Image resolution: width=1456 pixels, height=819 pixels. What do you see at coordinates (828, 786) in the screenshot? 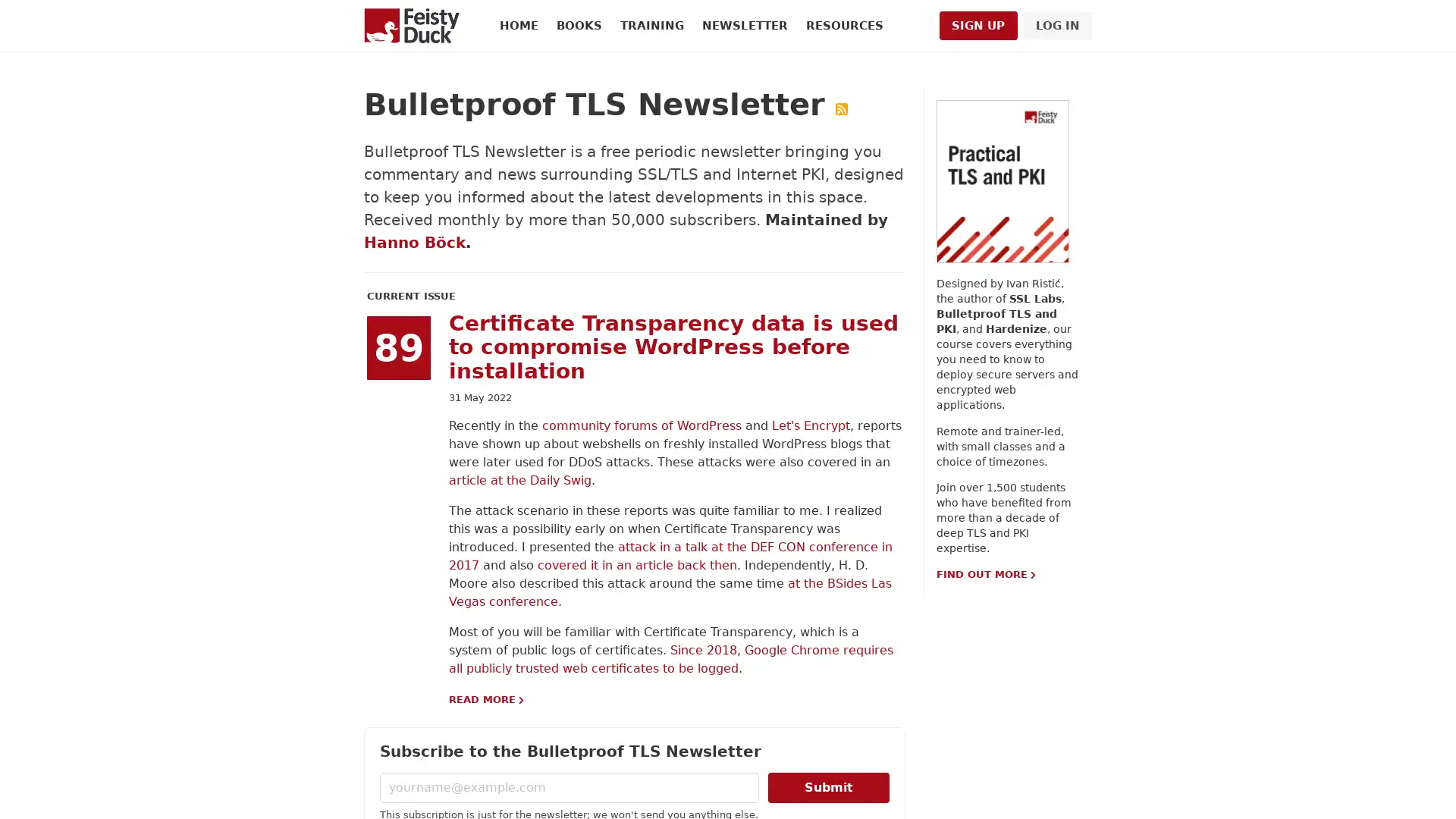
I see `Submit` at bounding box center [828, 786].